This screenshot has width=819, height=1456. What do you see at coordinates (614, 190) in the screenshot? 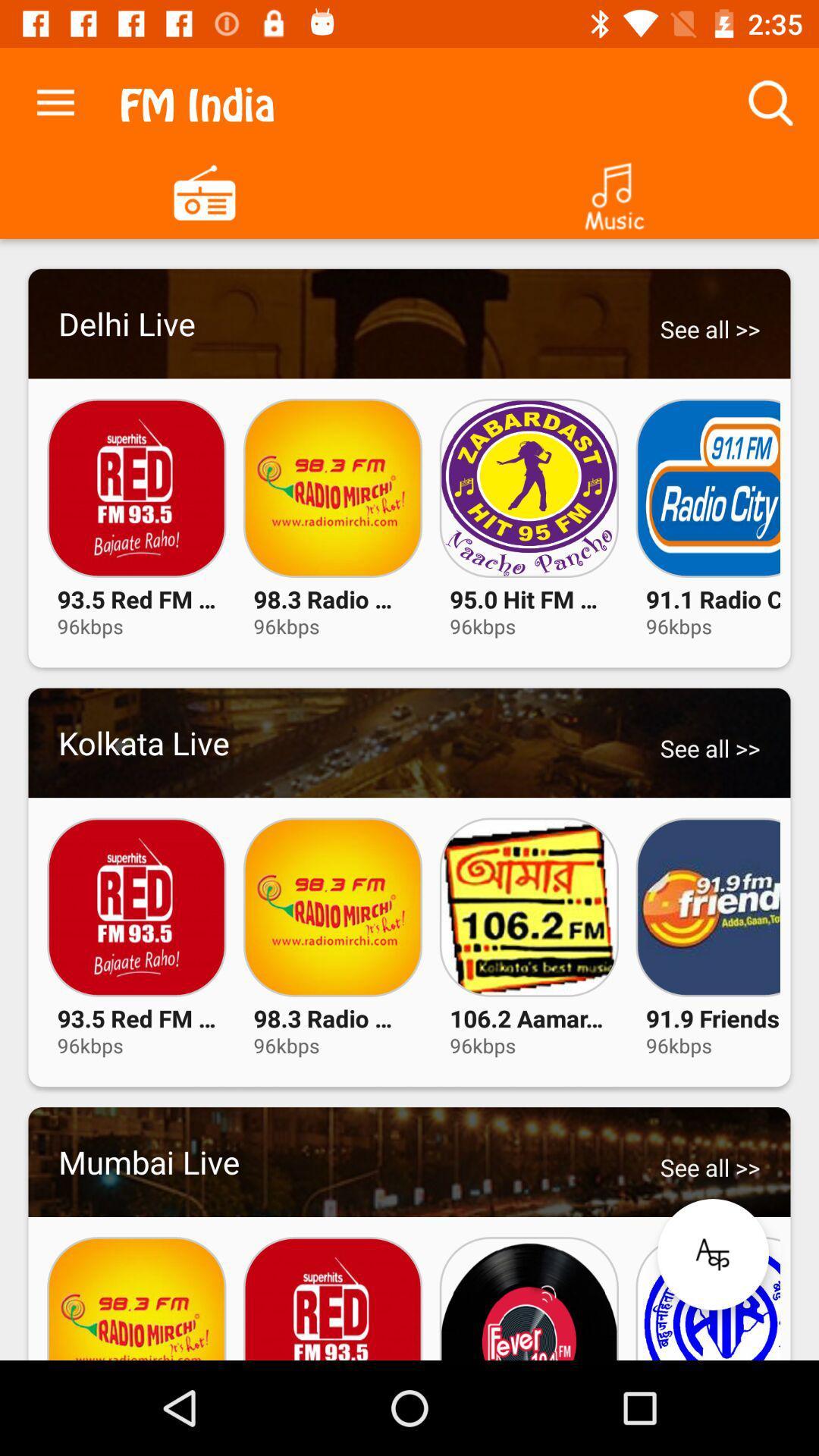
I see `look for music` at bounding box center [614, 190].